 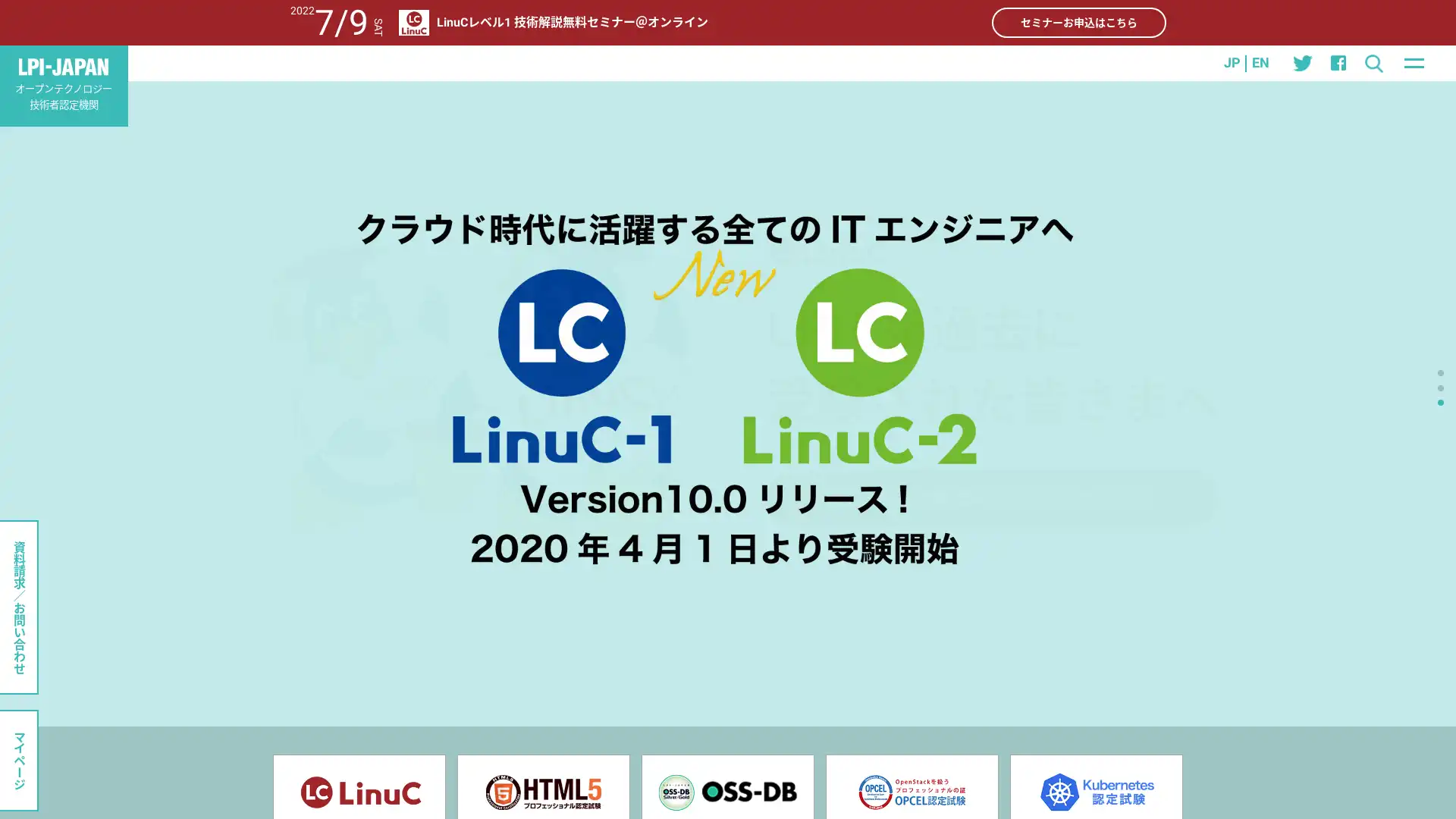 I want to click on Go to slide 3, so click(x=1440, y=400).